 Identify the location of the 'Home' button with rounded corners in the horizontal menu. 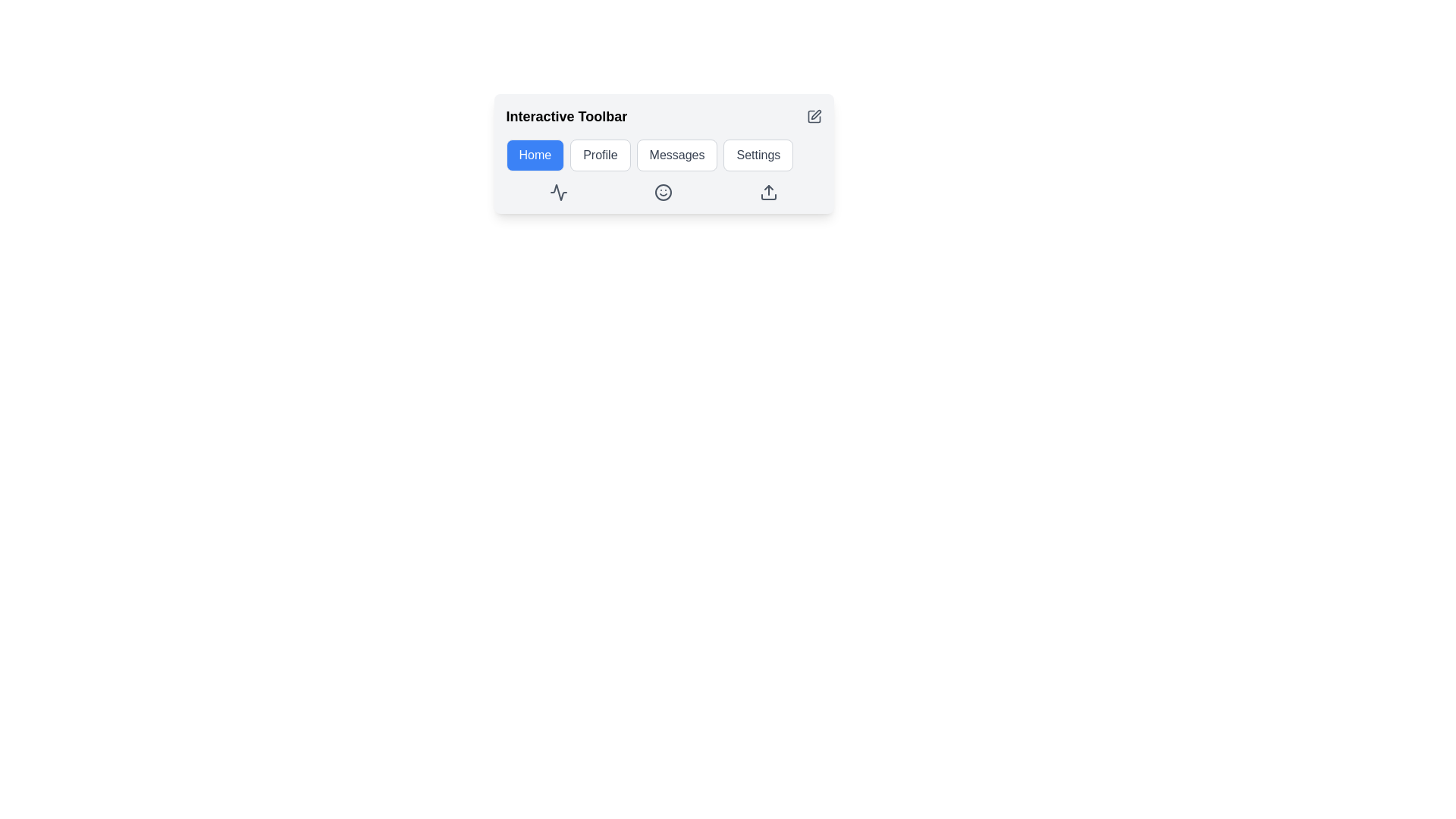
(535, 155).